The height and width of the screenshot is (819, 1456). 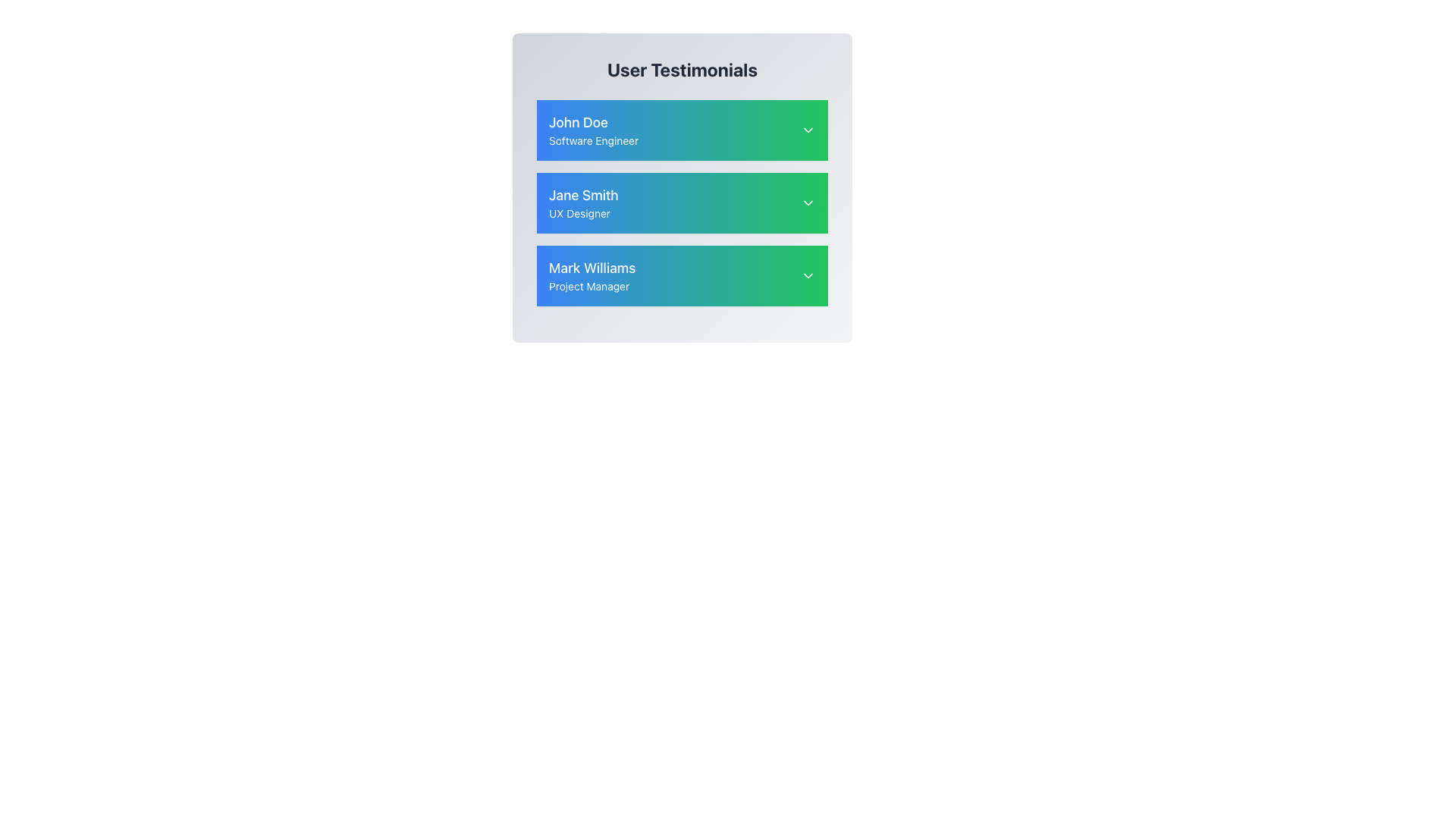 What do you see at coordinates (582, 195) in the screenshot?
I see `the text label displaying 'Jane Smith' which is located in the second card of the 'User Testimonials' section` at bounding box center [582, 195].